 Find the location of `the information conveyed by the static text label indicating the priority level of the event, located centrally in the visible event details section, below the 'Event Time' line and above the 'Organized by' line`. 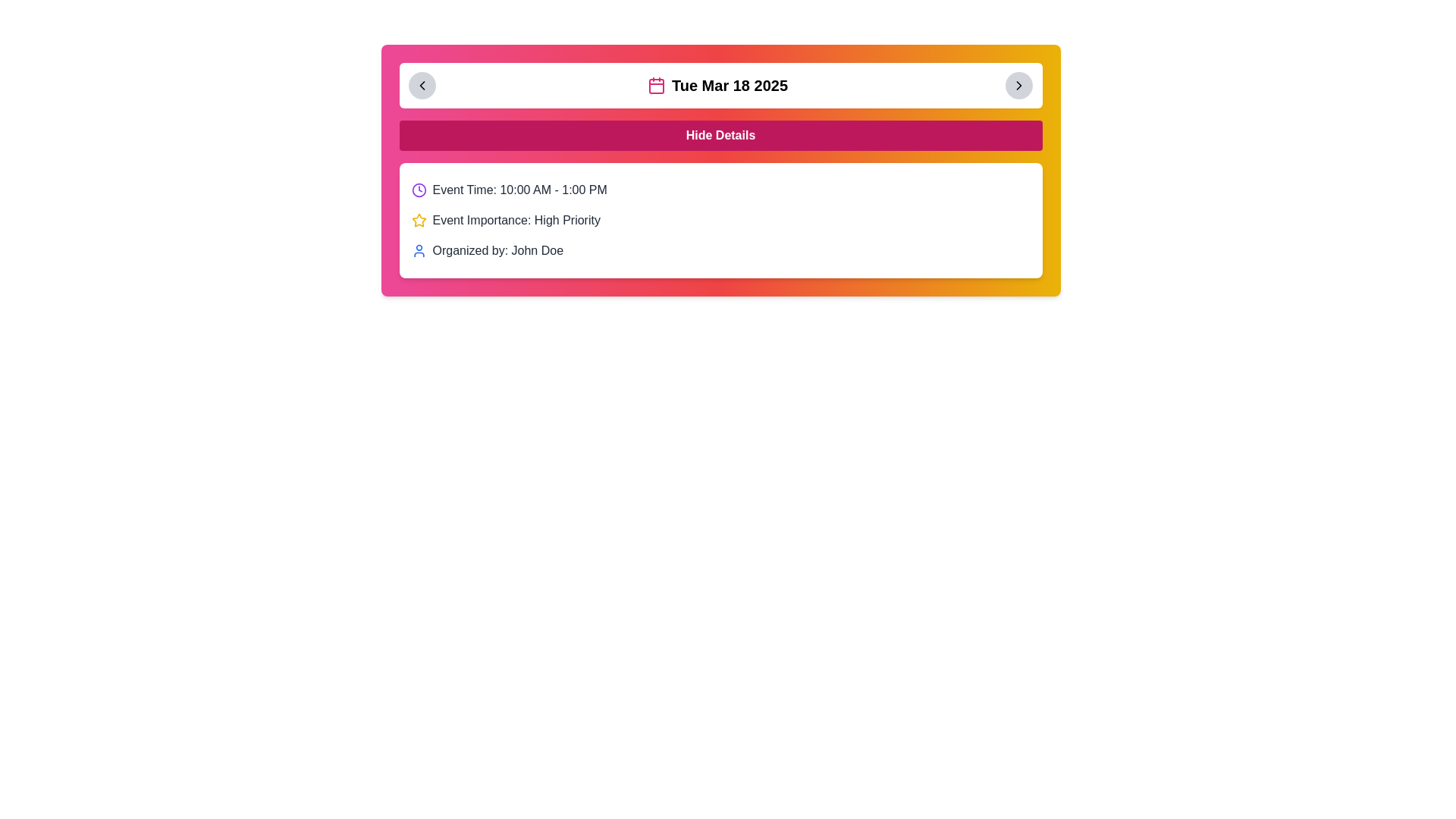

the information conveyed by the static text label indicating the priority level of the event, located centrally in the visible event details section, below the 'Event Time' line and above the 'Organized by' line is located at coordinates (516, 220).